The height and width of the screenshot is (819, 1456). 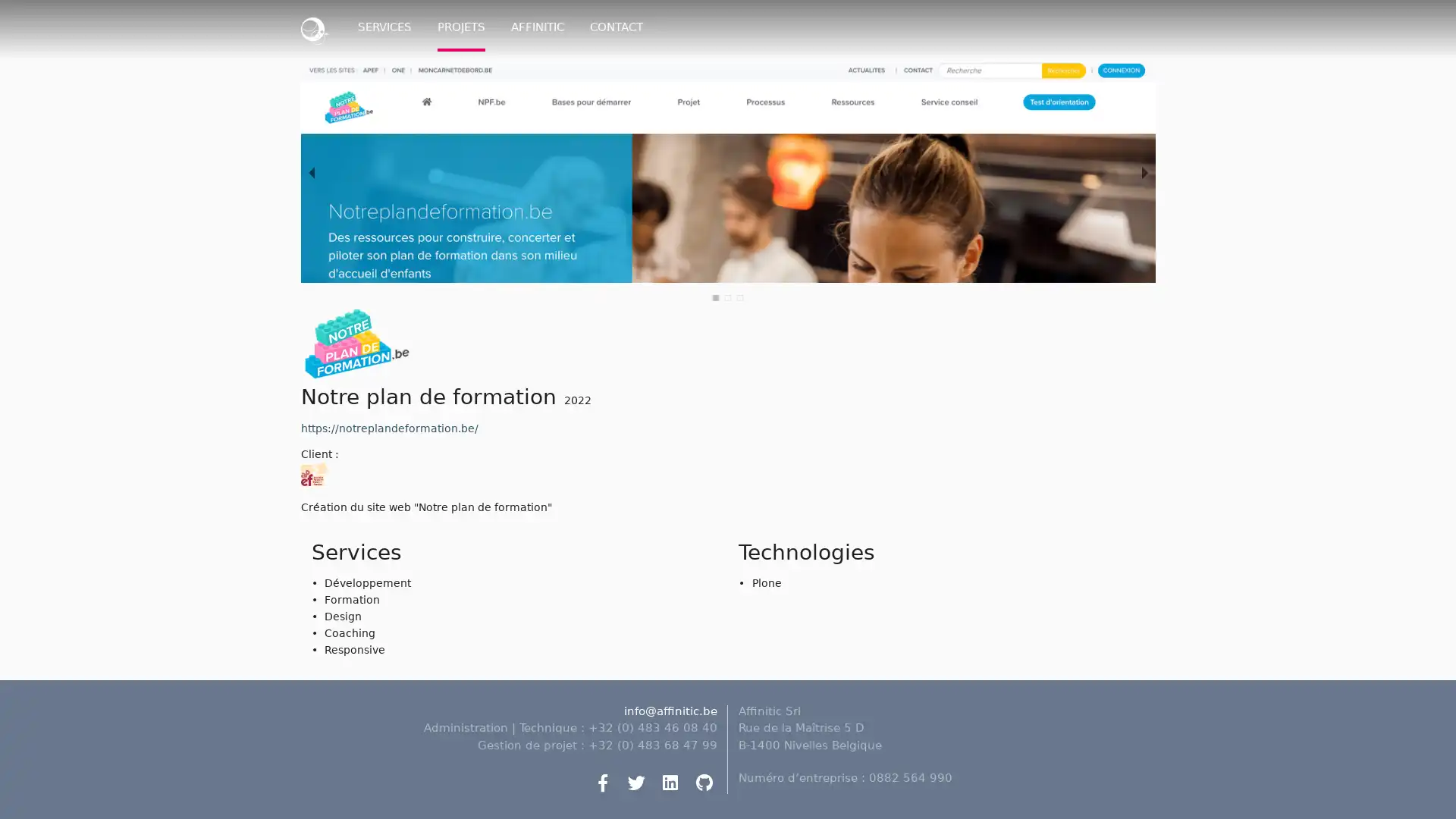 What do you see at coordinates (309, 219) in the screenshot?
I see `previous slide / item` at bounding box center [309, 219].